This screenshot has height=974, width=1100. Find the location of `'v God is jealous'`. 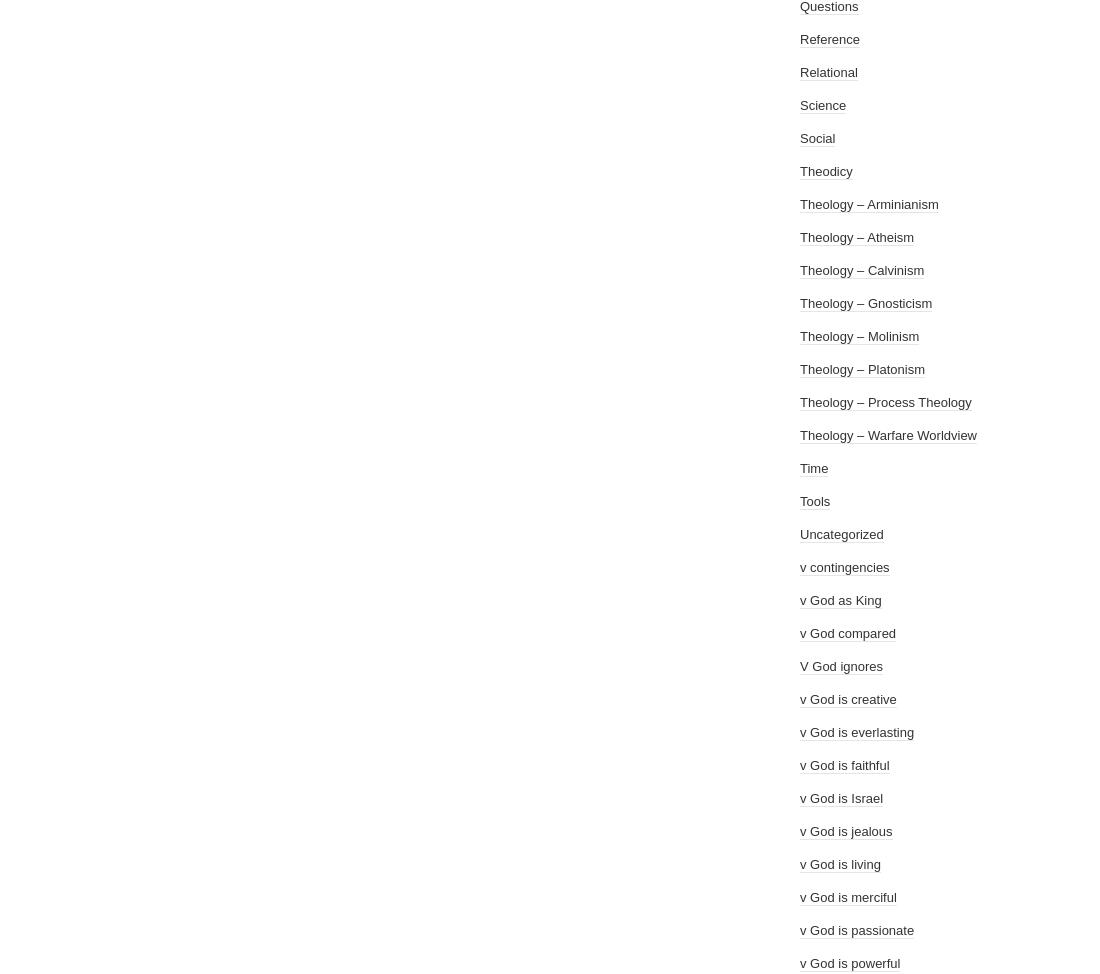

'v God is jealous' is located at coordinates (845, 831).